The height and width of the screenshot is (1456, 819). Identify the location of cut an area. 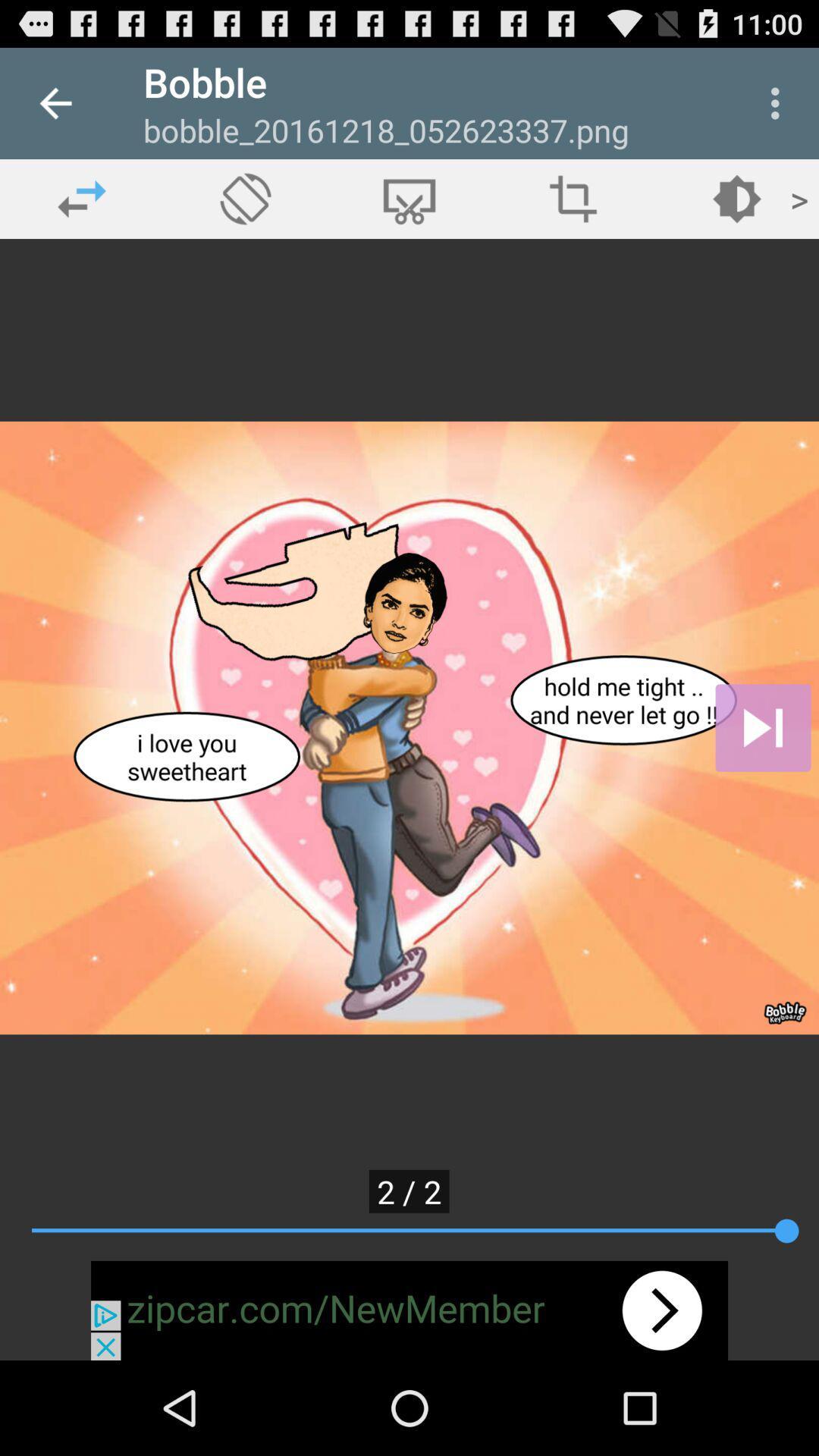
(409, 198).